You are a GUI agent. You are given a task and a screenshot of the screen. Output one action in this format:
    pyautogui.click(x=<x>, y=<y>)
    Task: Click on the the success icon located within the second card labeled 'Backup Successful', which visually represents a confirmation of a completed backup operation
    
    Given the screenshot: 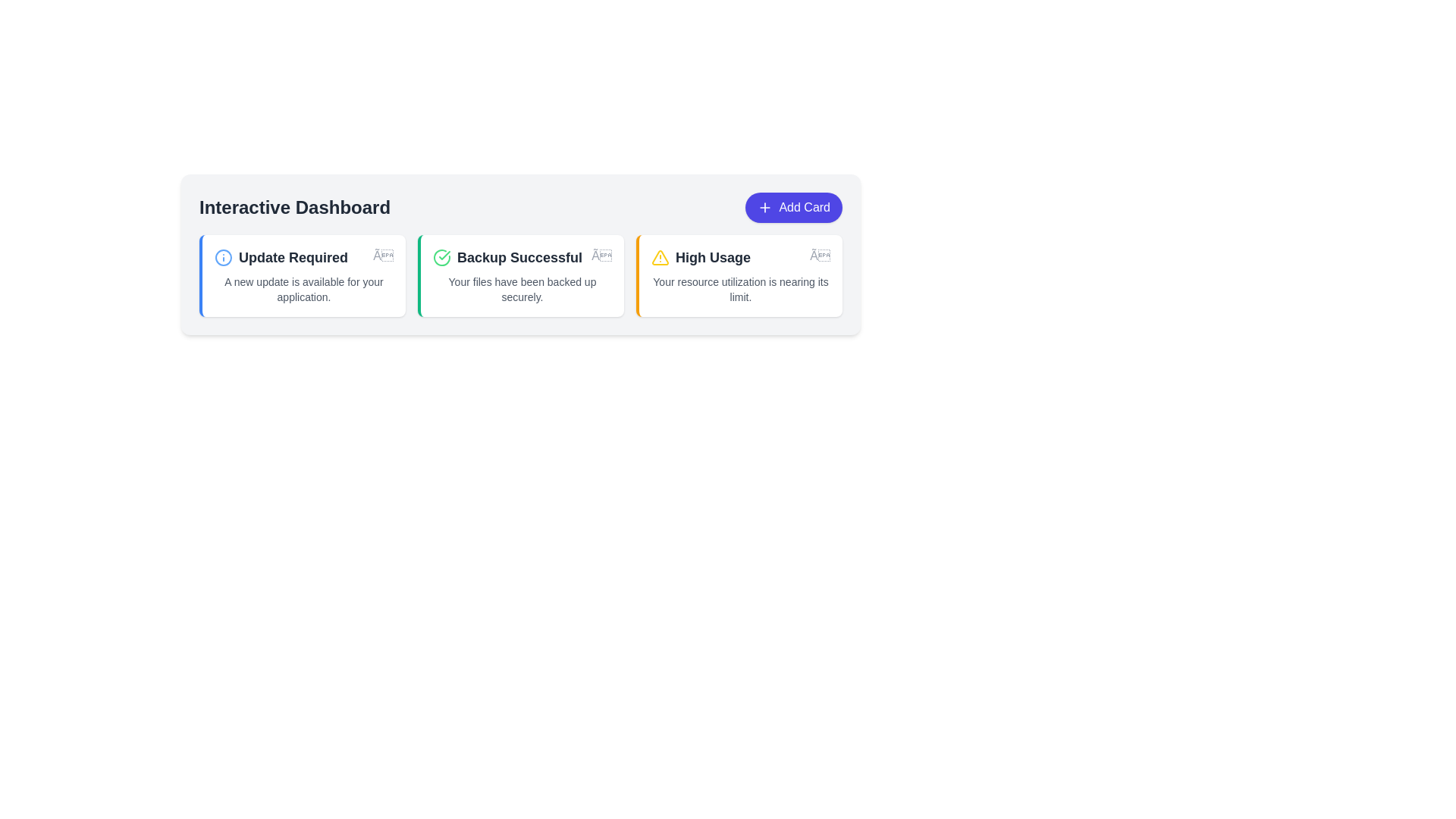 What is the action you would take?
    pyautogui.click(x=444, y=254)
    